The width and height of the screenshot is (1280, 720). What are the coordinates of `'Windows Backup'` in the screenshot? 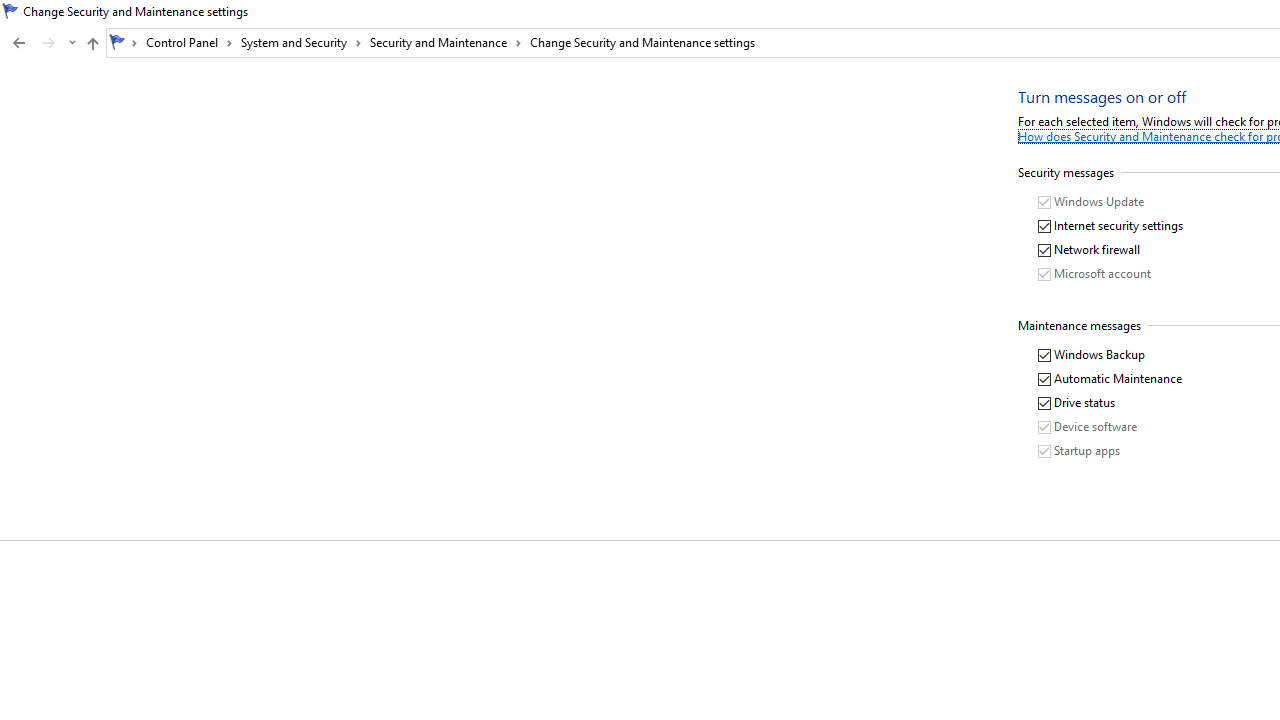 It's located at (1091, 354).